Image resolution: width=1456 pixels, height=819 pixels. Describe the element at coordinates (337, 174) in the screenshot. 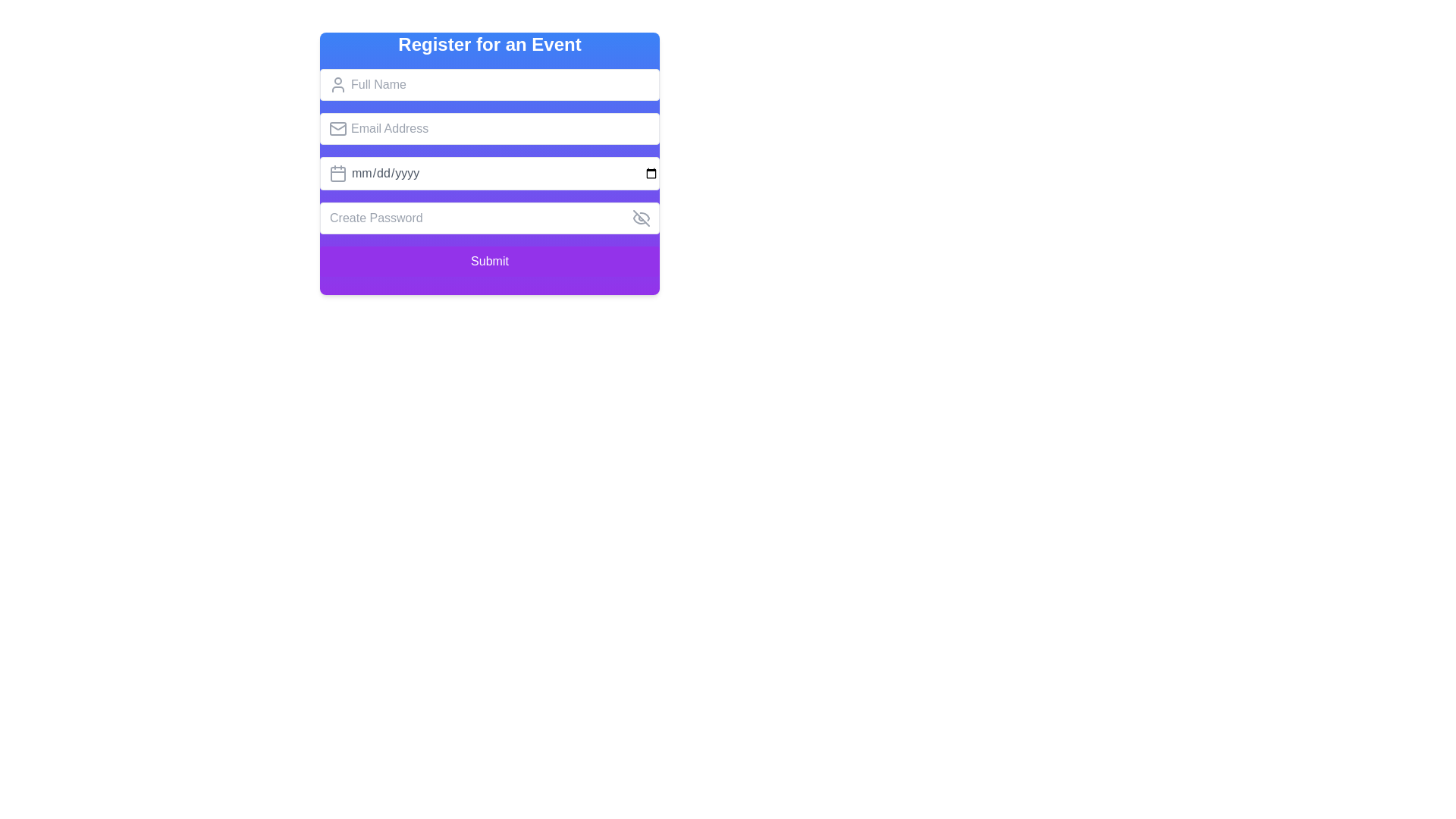

I see `SVG rectangle that represents the calendar icon located to the left of the 'mm/dd/yyyy' input field in the form` at that location.